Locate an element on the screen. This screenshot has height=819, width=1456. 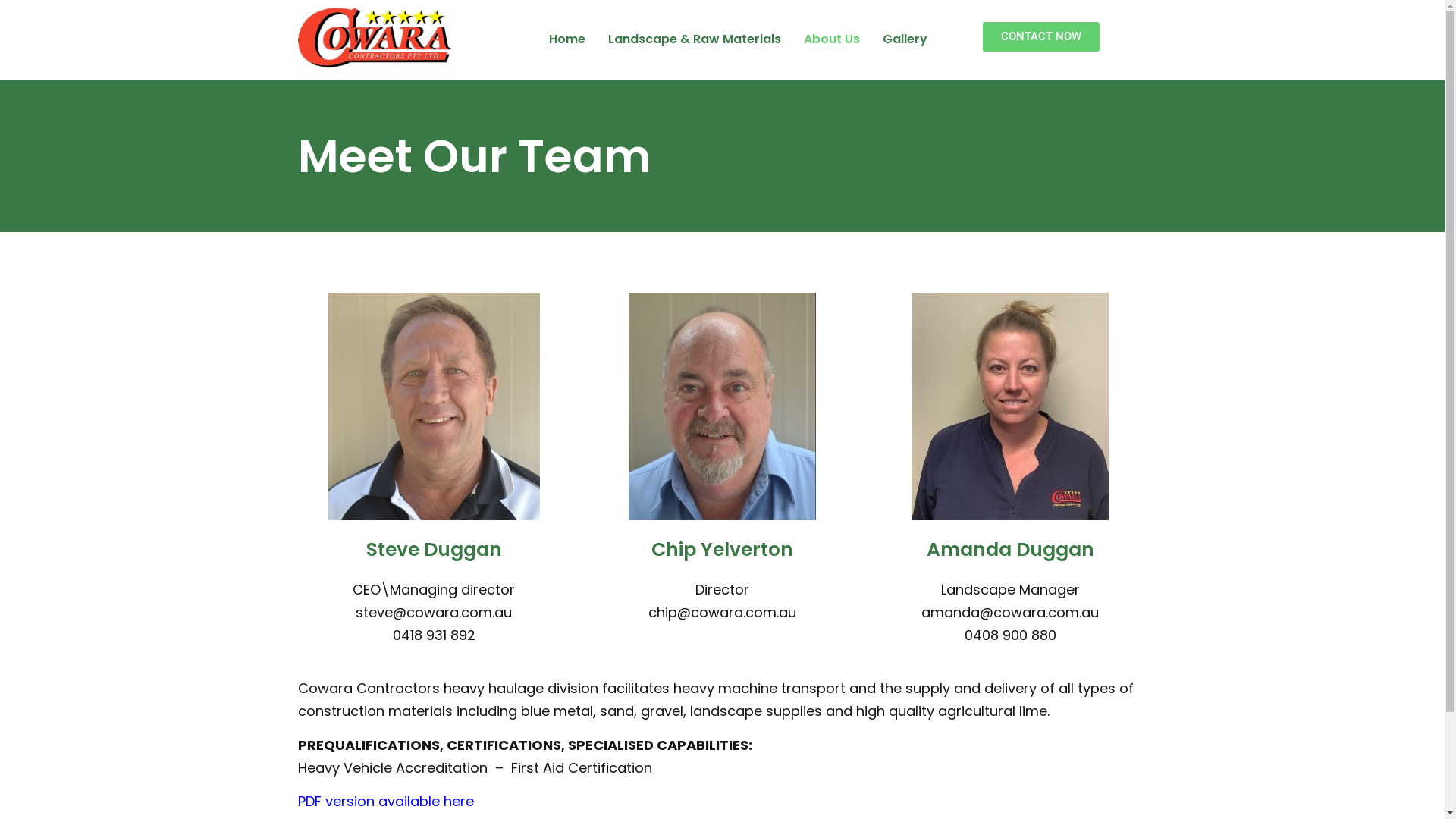
'Gallery' is located at coordinates (905, 38).